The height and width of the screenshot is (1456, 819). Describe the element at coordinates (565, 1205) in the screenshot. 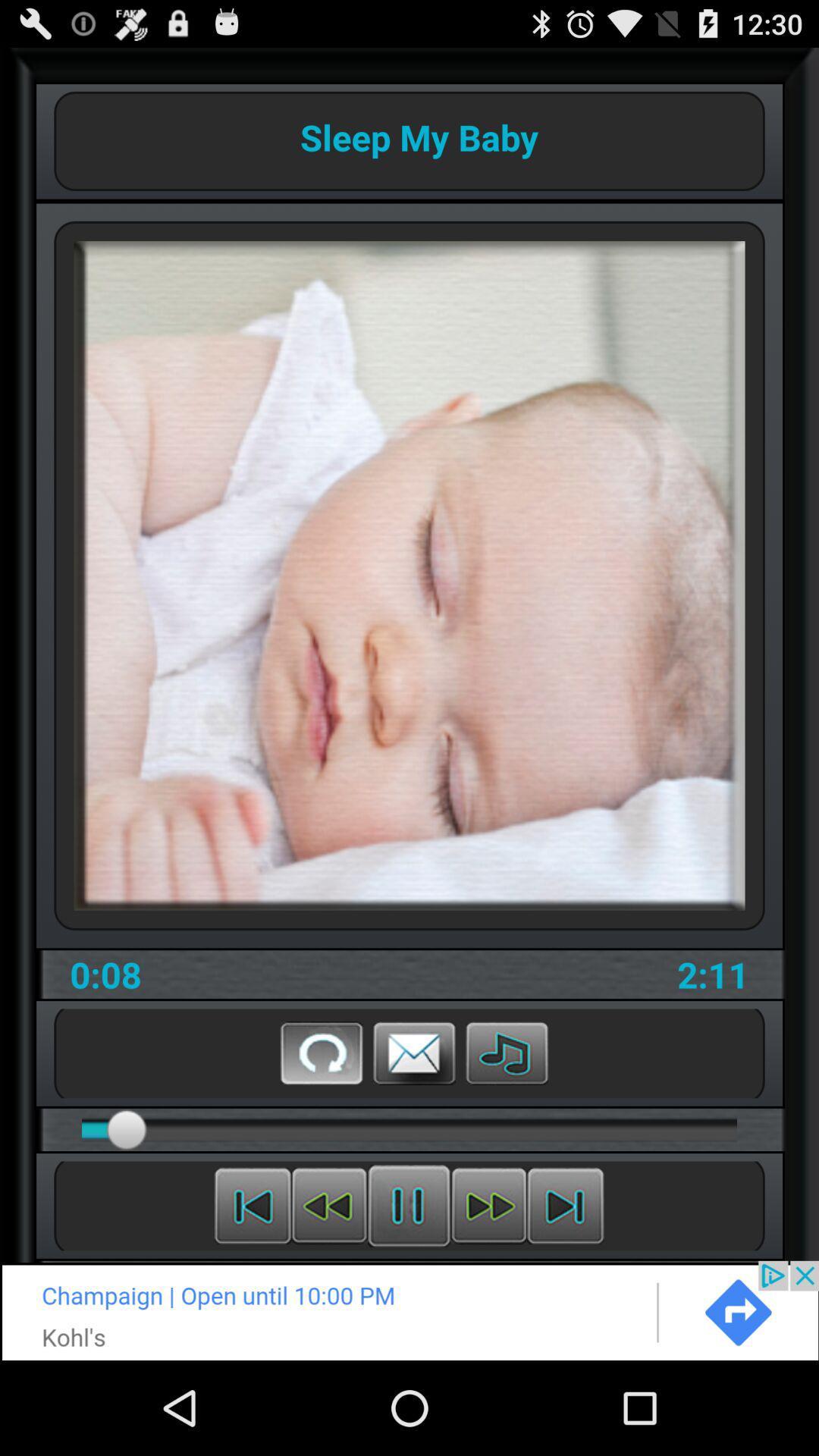

I see `skip` at that location.